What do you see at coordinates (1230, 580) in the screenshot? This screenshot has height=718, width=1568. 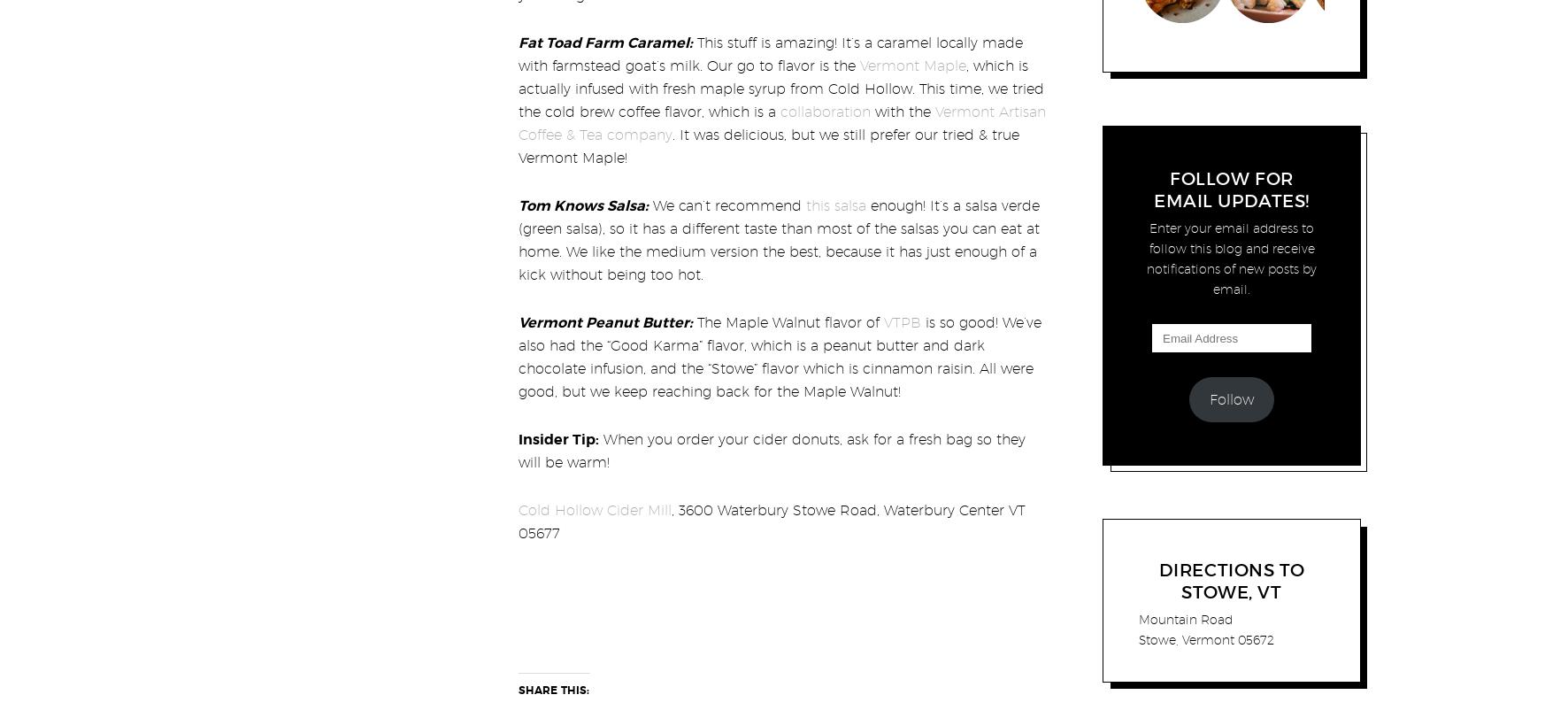 I see `'Directions to Stowe, VT'` at bounding box center [1230, 580].